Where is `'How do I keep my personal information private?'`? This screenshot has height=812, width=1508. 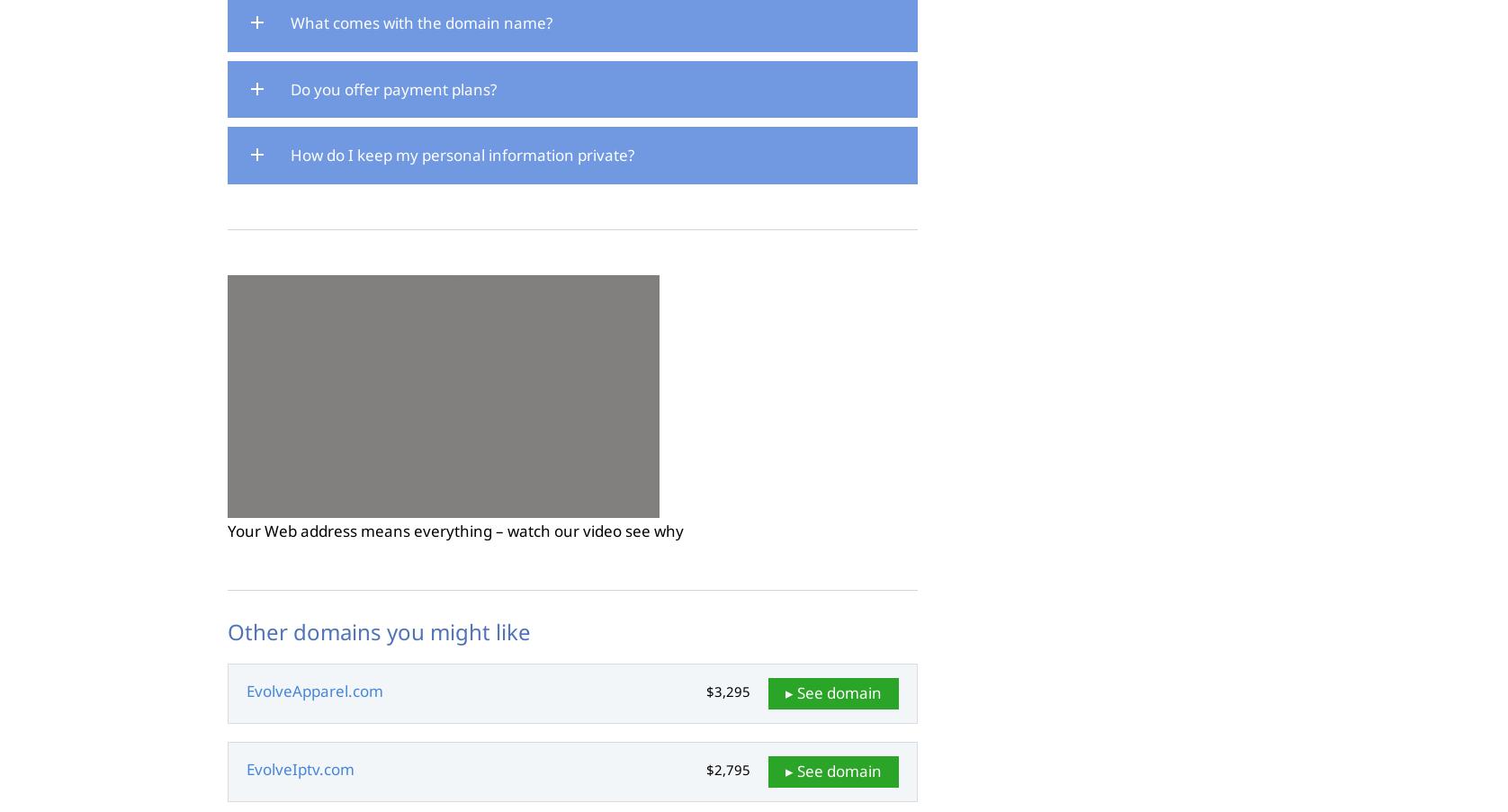 'How do I keep my personal information private?' is located at coordinates (462, 154).